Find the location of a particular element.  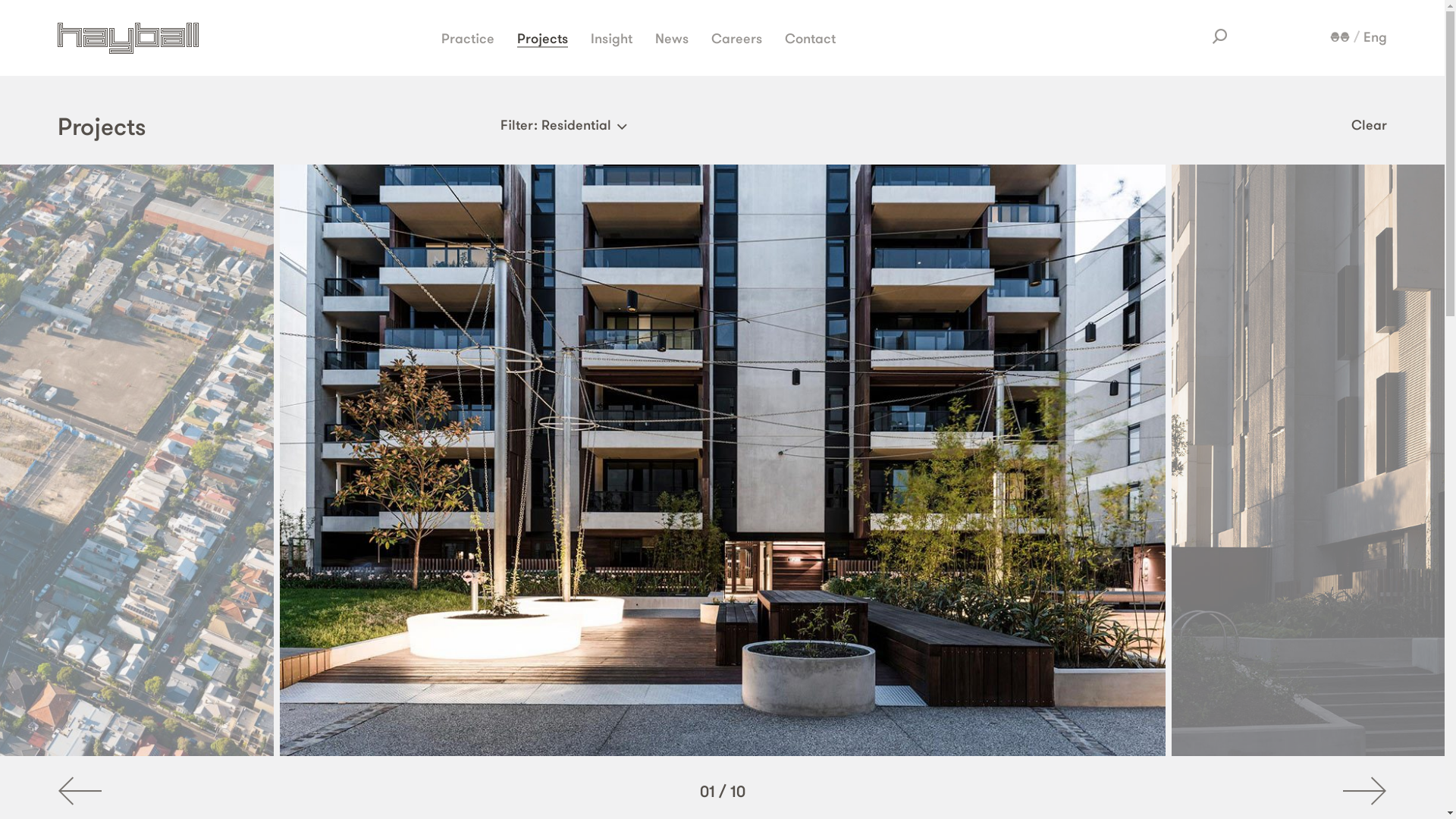

'Projects' is located at coordinates (542, 37).